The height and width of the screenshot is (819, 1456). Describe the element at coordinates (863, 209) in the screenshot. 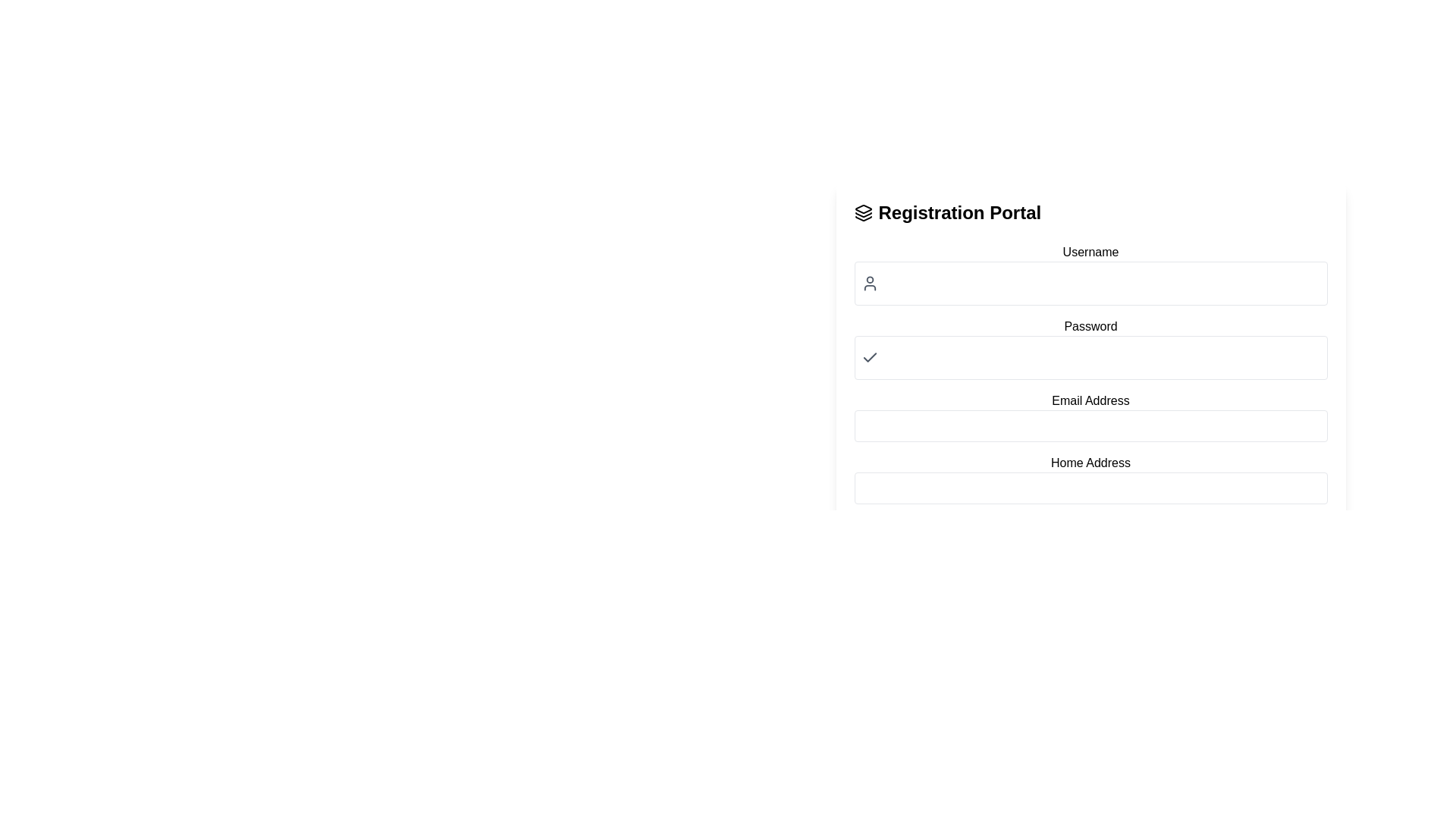

I see `the decorative icon in the top-left corner of the Registration Portal section, which symbolizes layer or group functionality` at that location.